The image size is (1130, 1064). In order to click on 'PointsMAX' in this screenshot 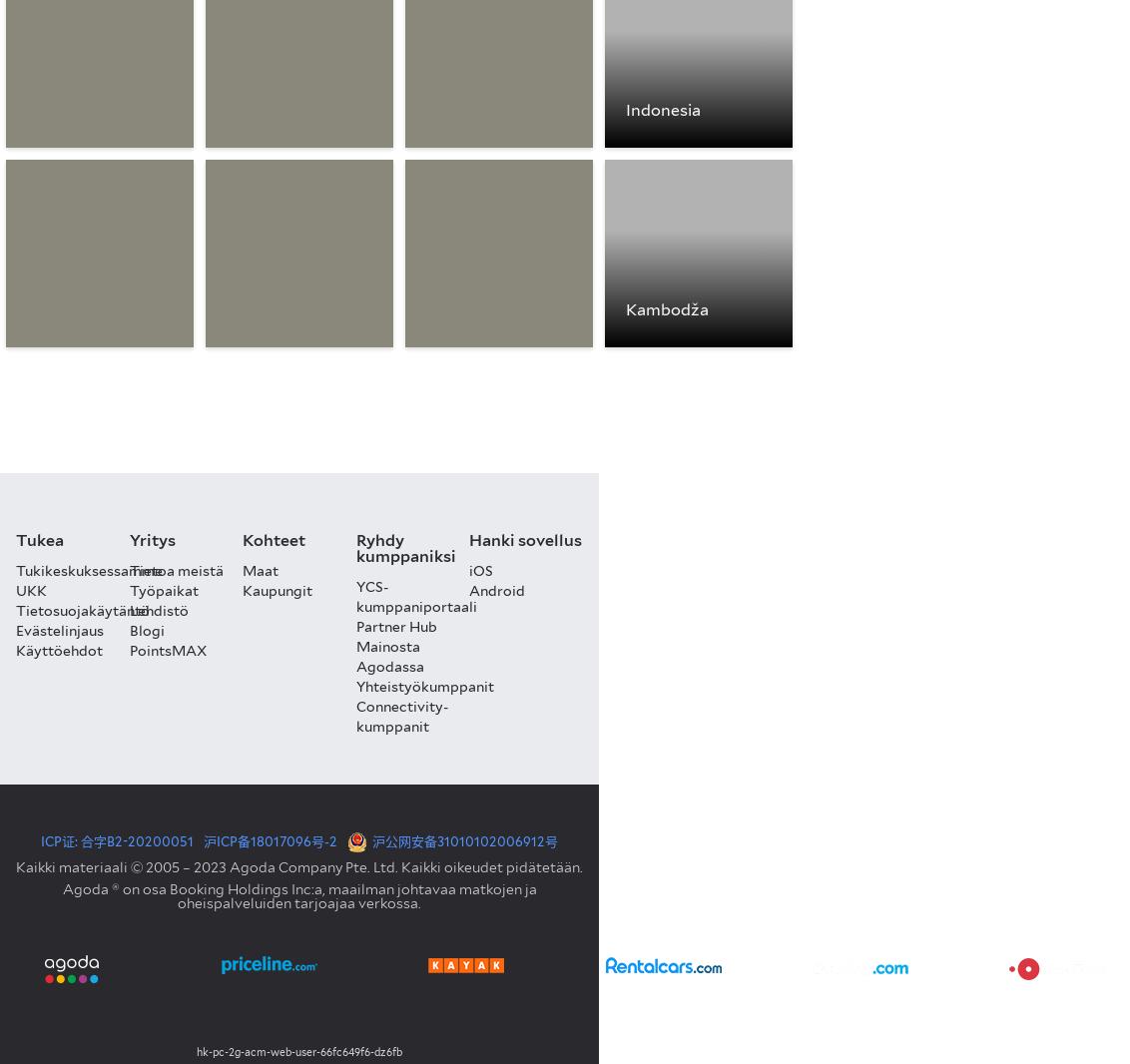, I will do `click(167, 649)`.